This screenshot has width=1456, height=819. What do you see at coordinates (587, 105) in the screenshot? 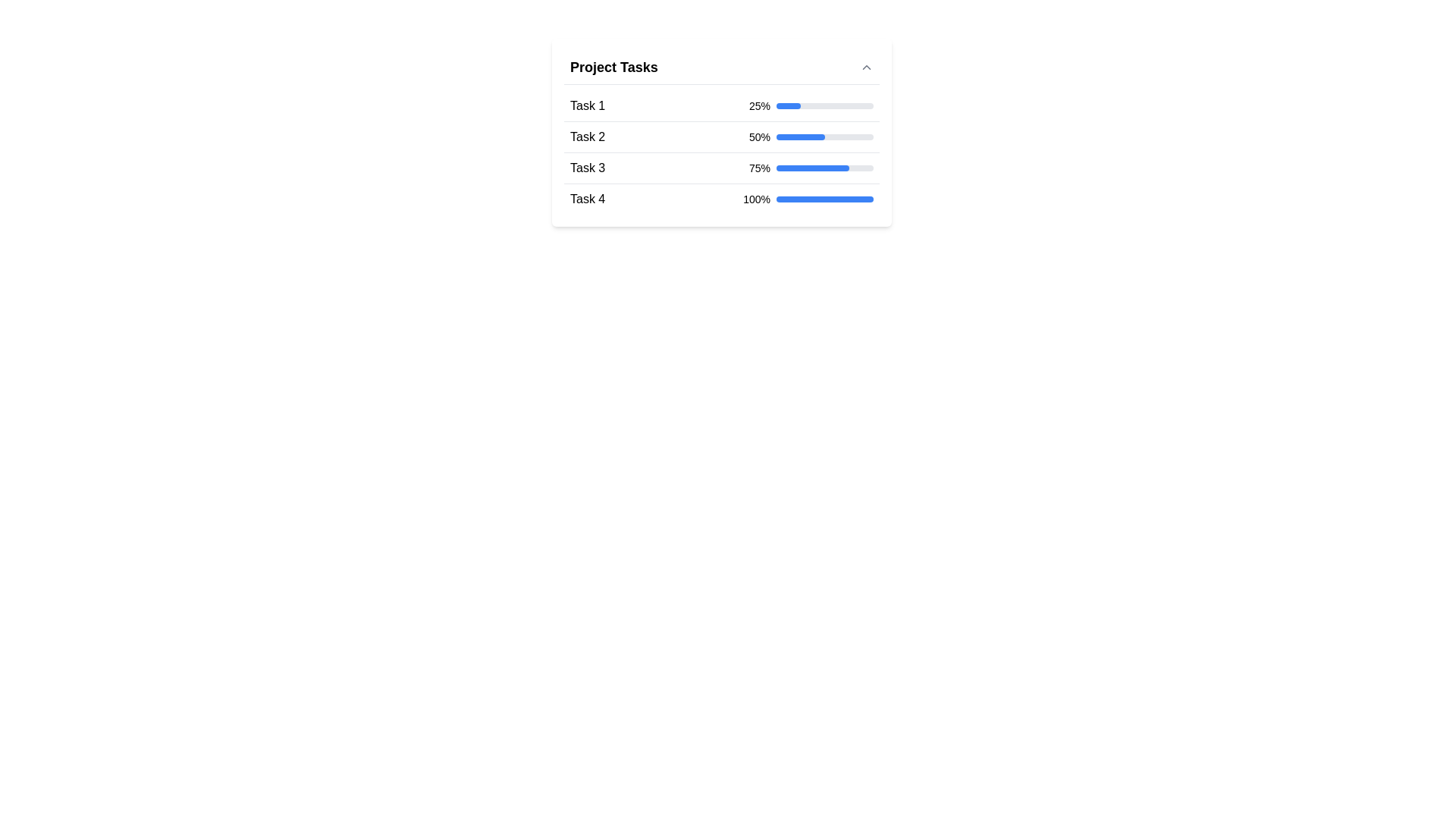
I see `the 'Task 1' text label` at bounding box center [587, 105].